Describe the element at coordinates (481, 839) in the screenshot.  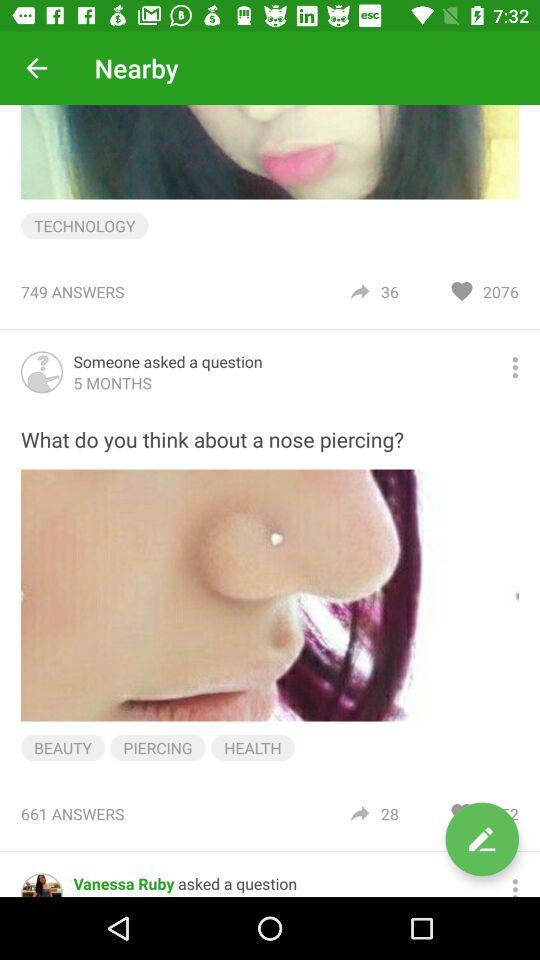
I see `the edit icon` at that location.